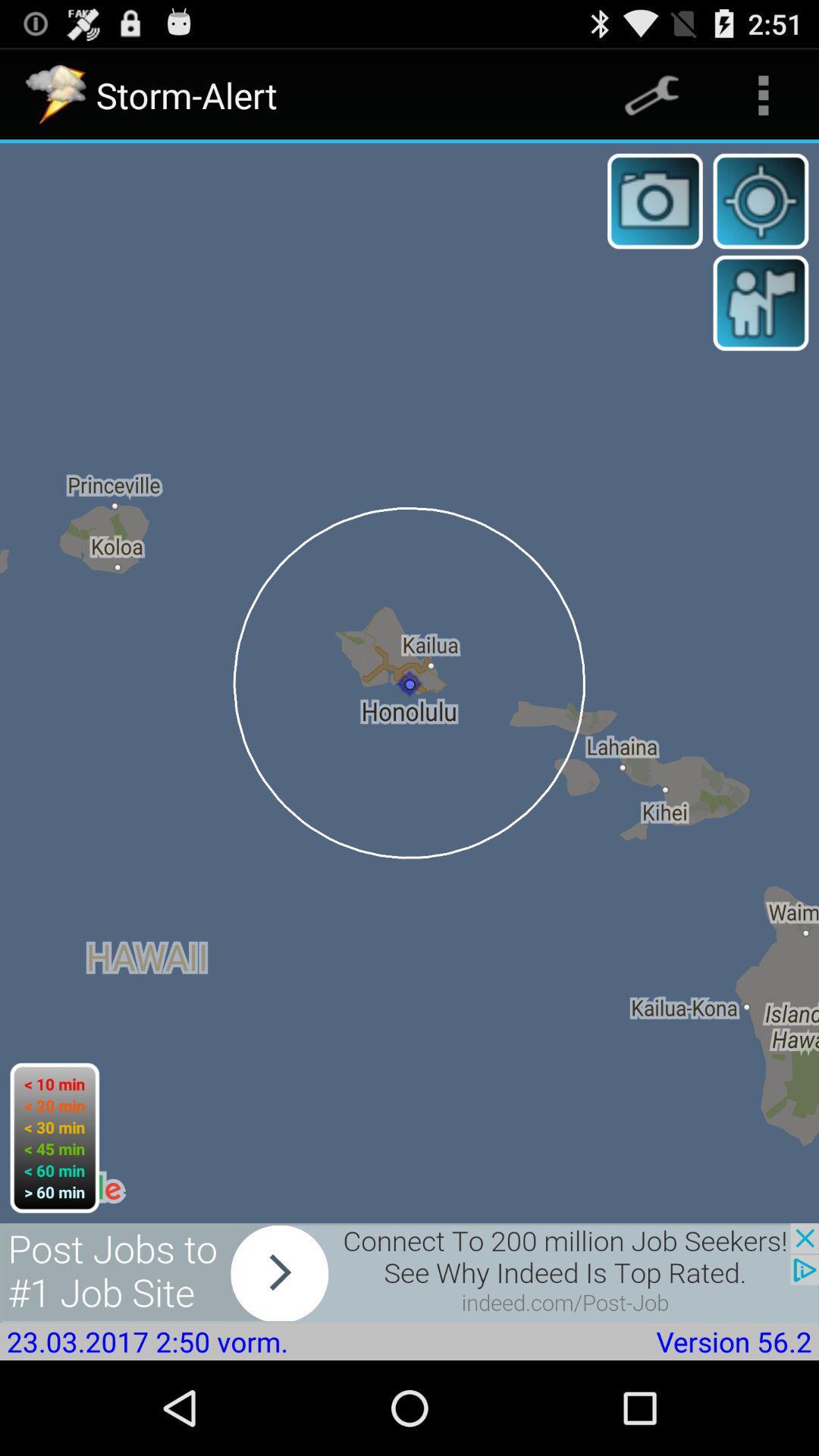 Image resolution: width=819 pixels, height=1456 pixels. Describe the element at coordinates (654, 200) in the screenshot. I see `takes a photo` at that location.